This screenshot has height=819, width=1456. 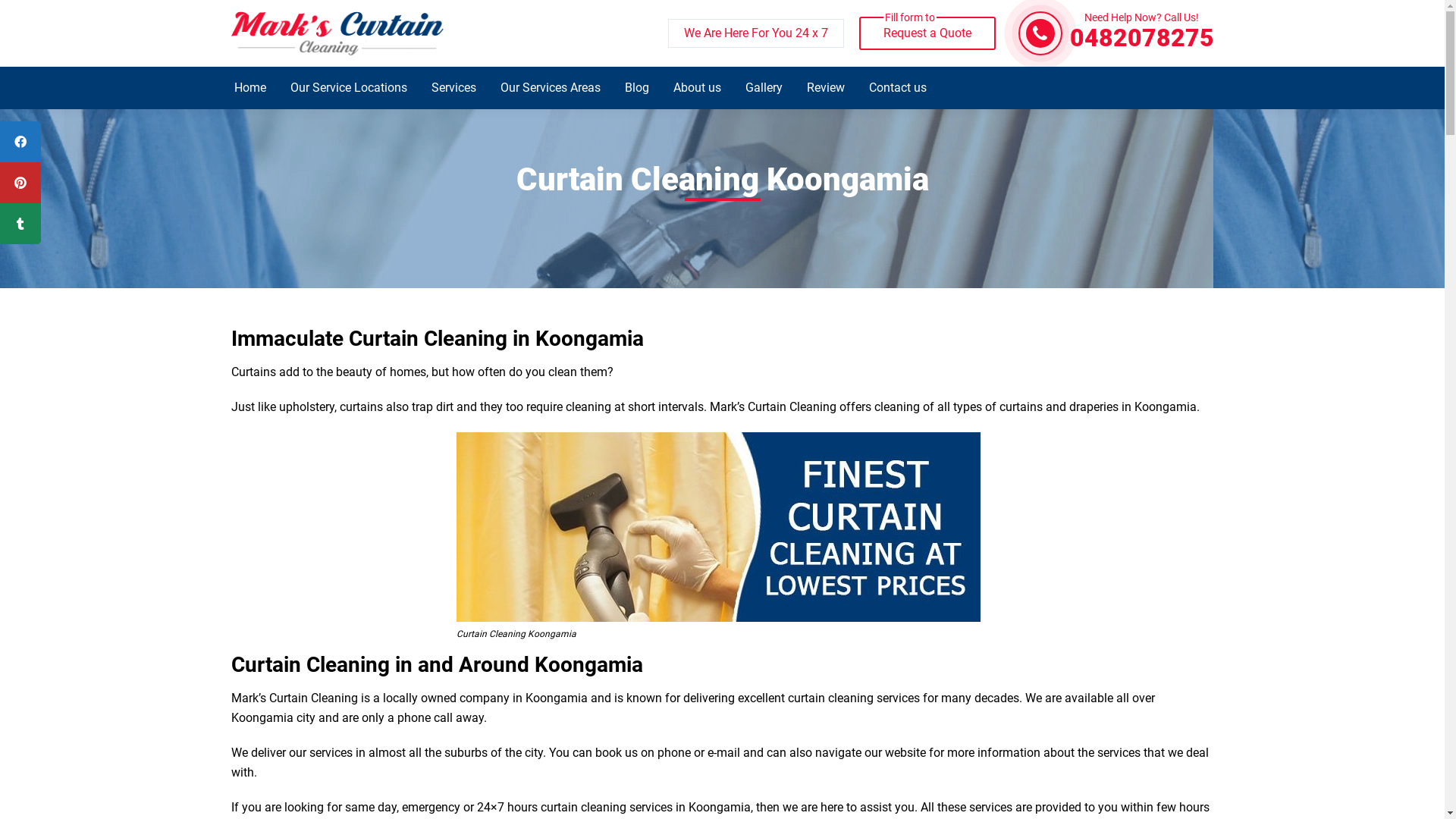 I want to click on 'Contact us', so click(x=896, y=87).